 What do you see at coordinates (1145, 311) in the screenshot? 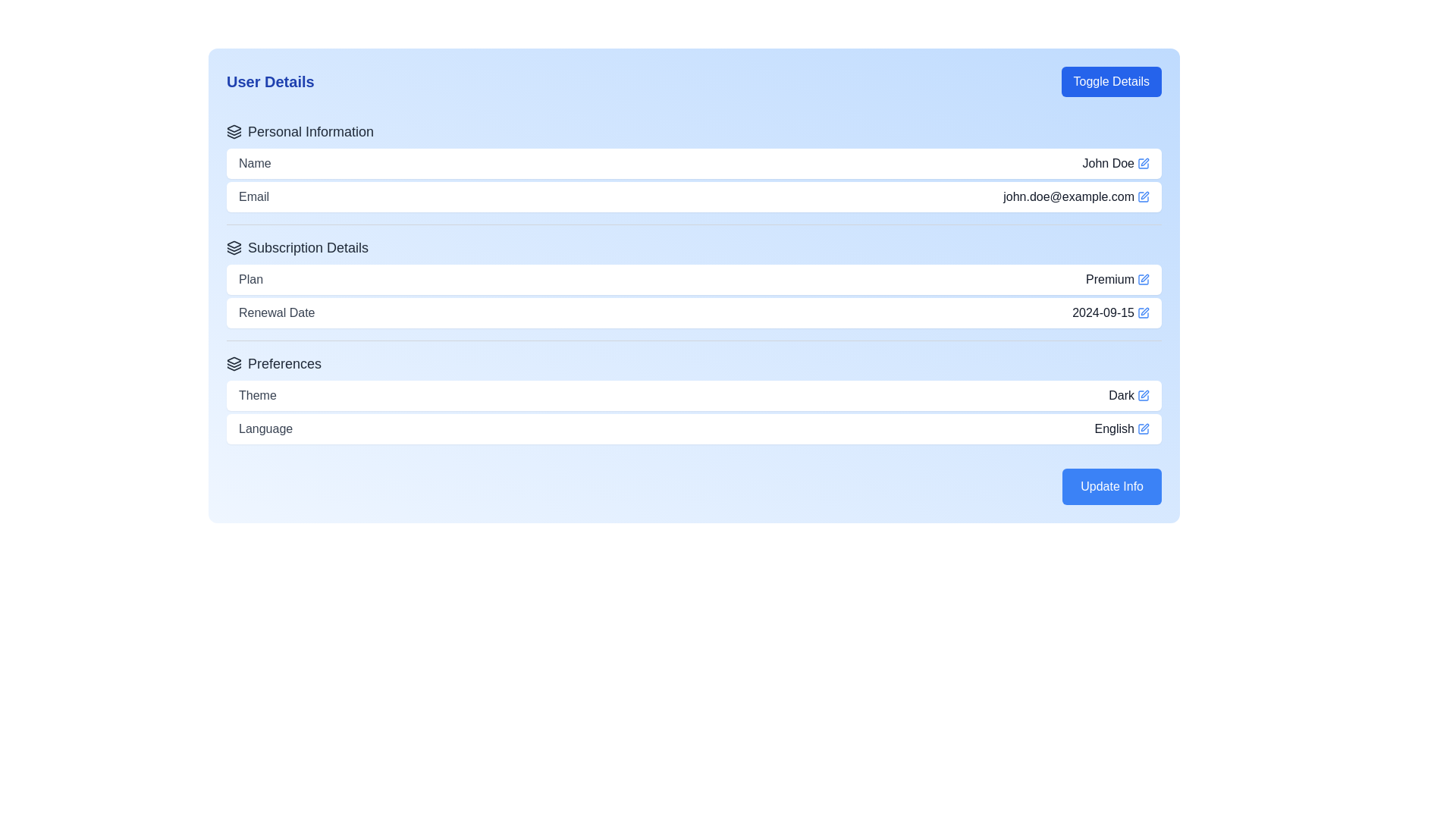
I see `the edit icon adjacent to the 'Renewal Date' field to initiate edit mode for the associated field` at bounding box center [1145, 311].